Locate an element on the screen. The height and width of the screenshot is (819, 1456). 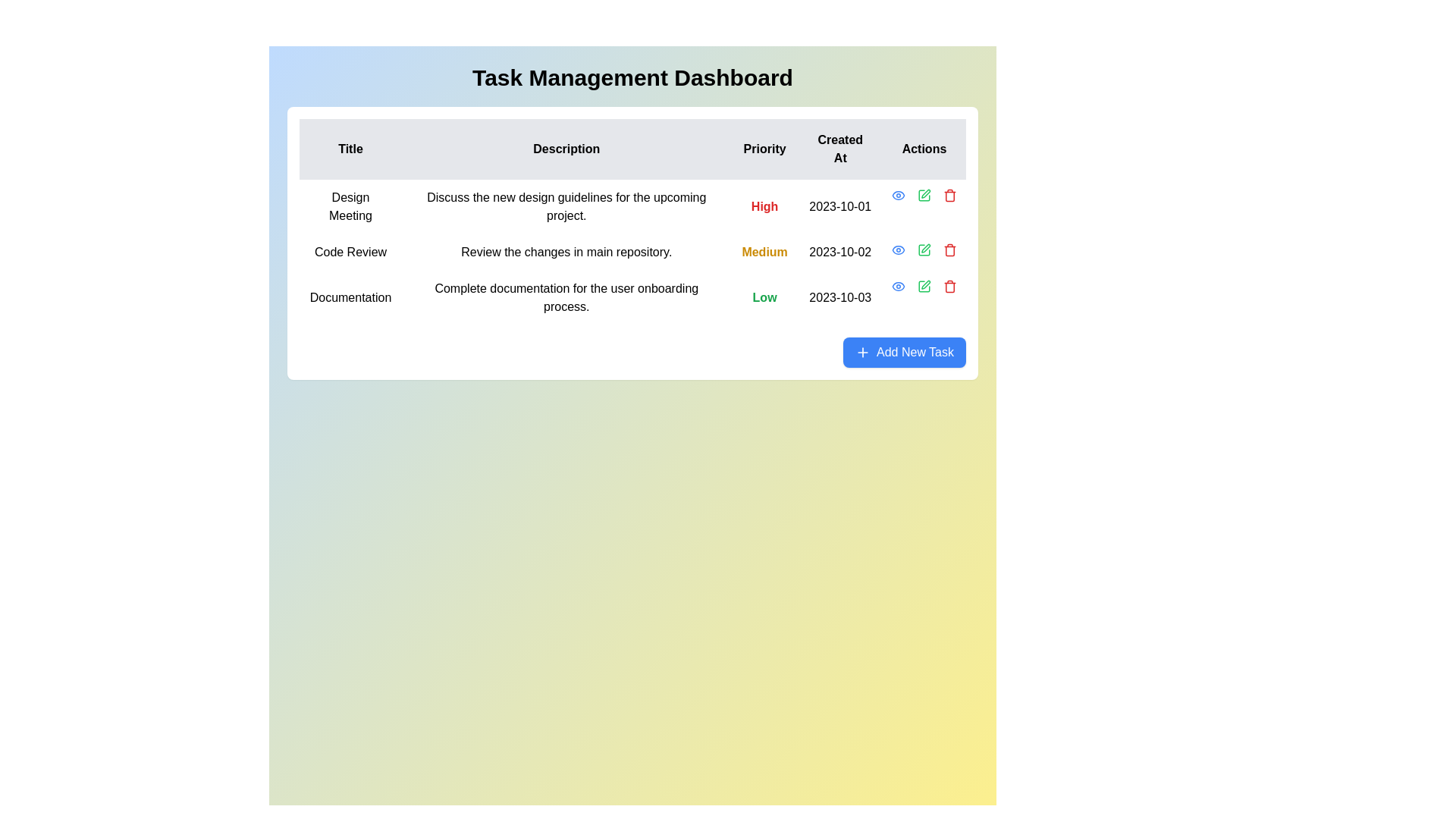
the green pencil icon in the Actions column of the third row of the task management table to initiate an edit action is located at coordinates (924, 287).